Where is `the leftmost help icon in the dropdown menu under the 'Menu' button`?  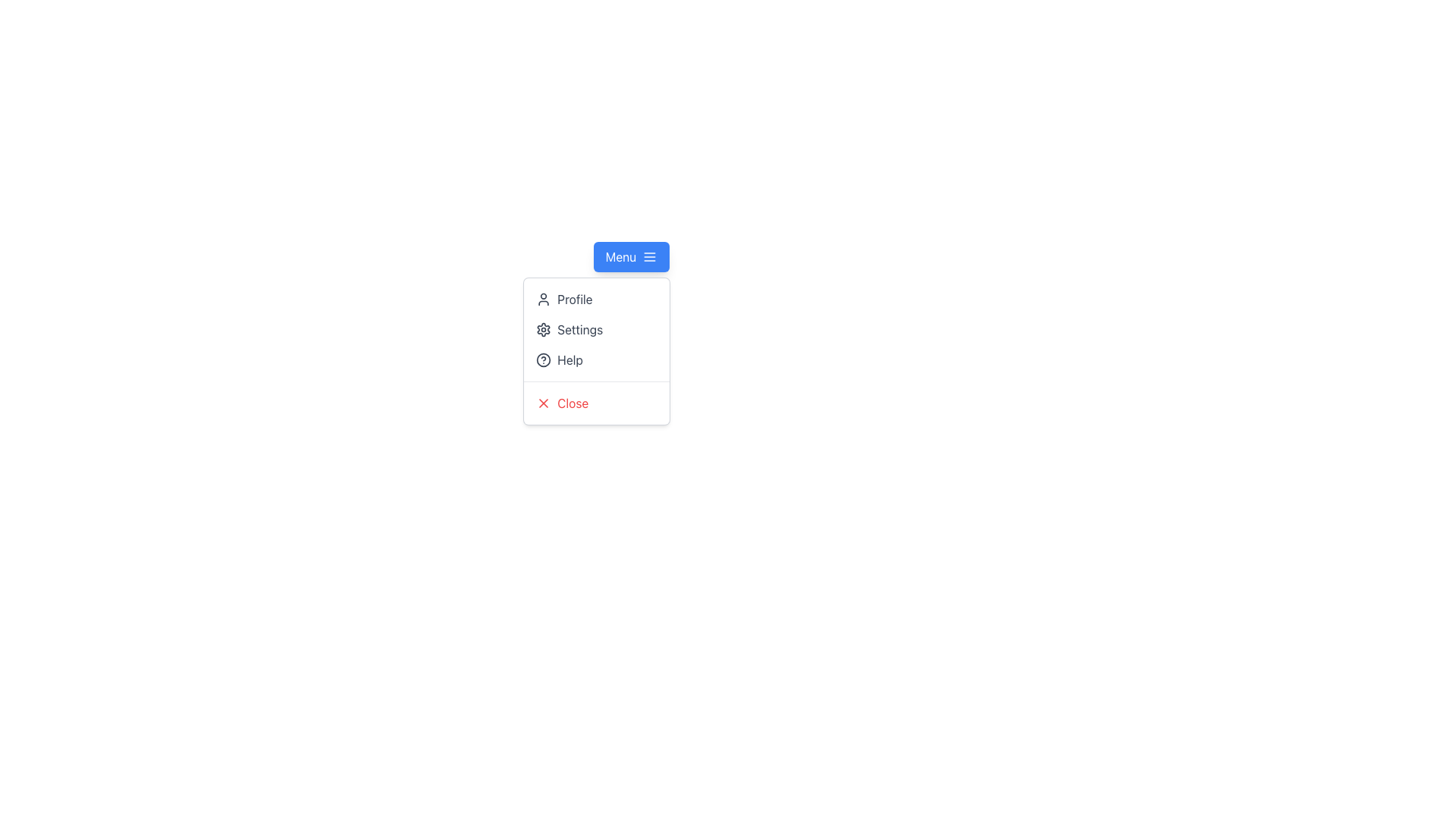 the leftmost help icon in the dropdown menu under the 'Menu' button is located at coordinates (543, 359).